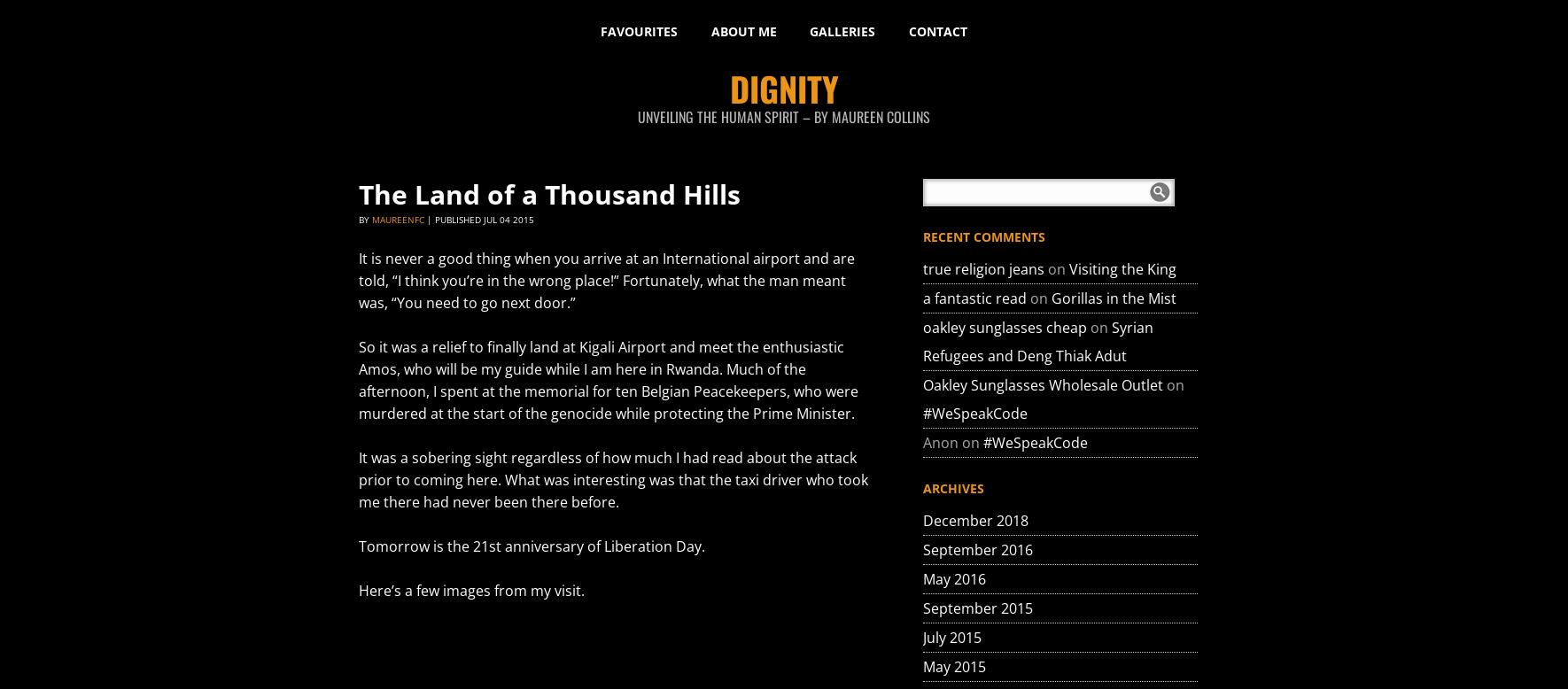 Image resolution: width=1568 pixels, height=689 pixels. Describe the element at coordinates (1037, 340) in the screenshot. I see `'Syrian Refugees and Deng Thiak Adut'` at that location.